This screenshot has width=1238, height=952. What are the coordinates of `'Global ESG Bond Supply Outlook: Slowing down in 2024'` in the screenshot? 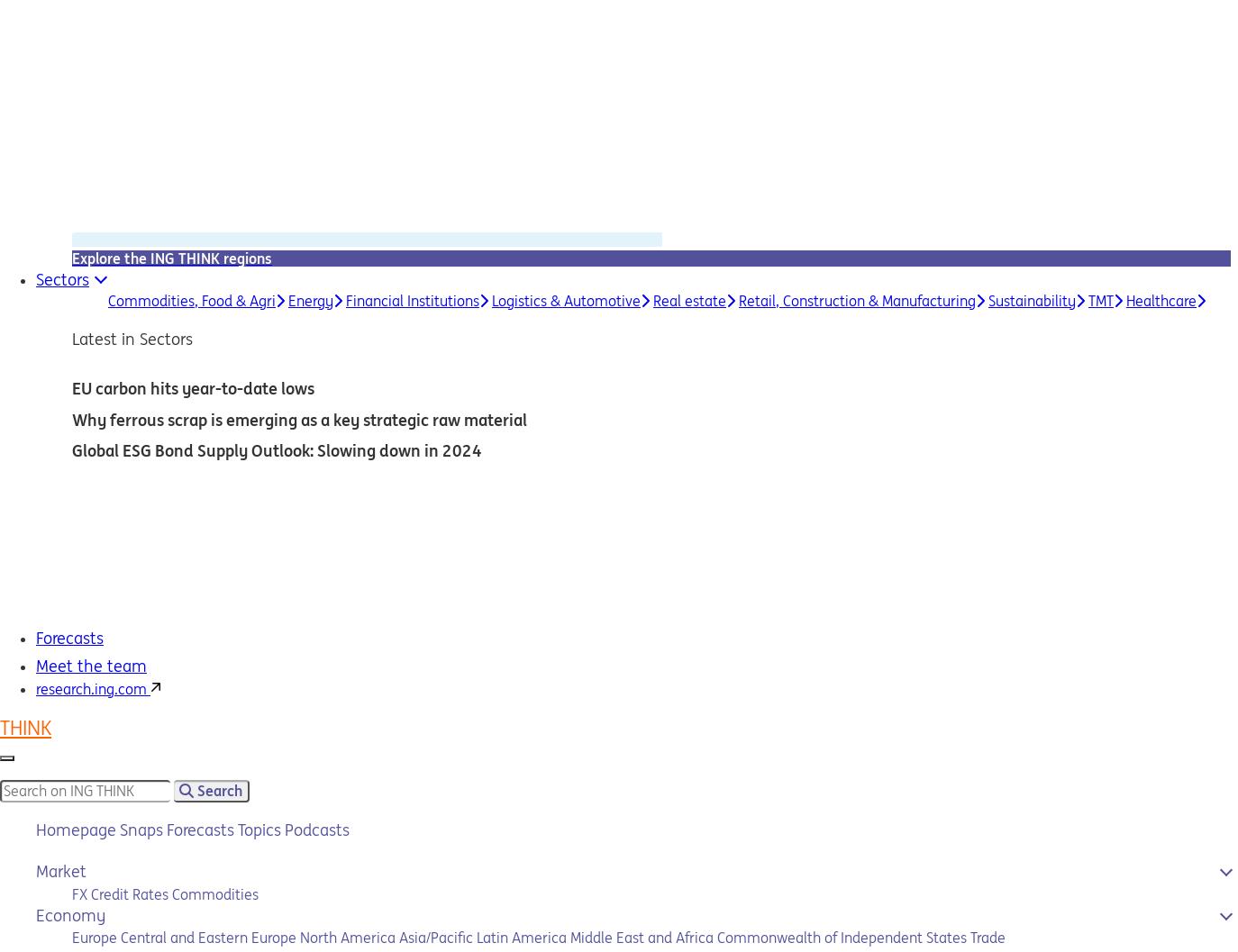 It's located at (70, 450).